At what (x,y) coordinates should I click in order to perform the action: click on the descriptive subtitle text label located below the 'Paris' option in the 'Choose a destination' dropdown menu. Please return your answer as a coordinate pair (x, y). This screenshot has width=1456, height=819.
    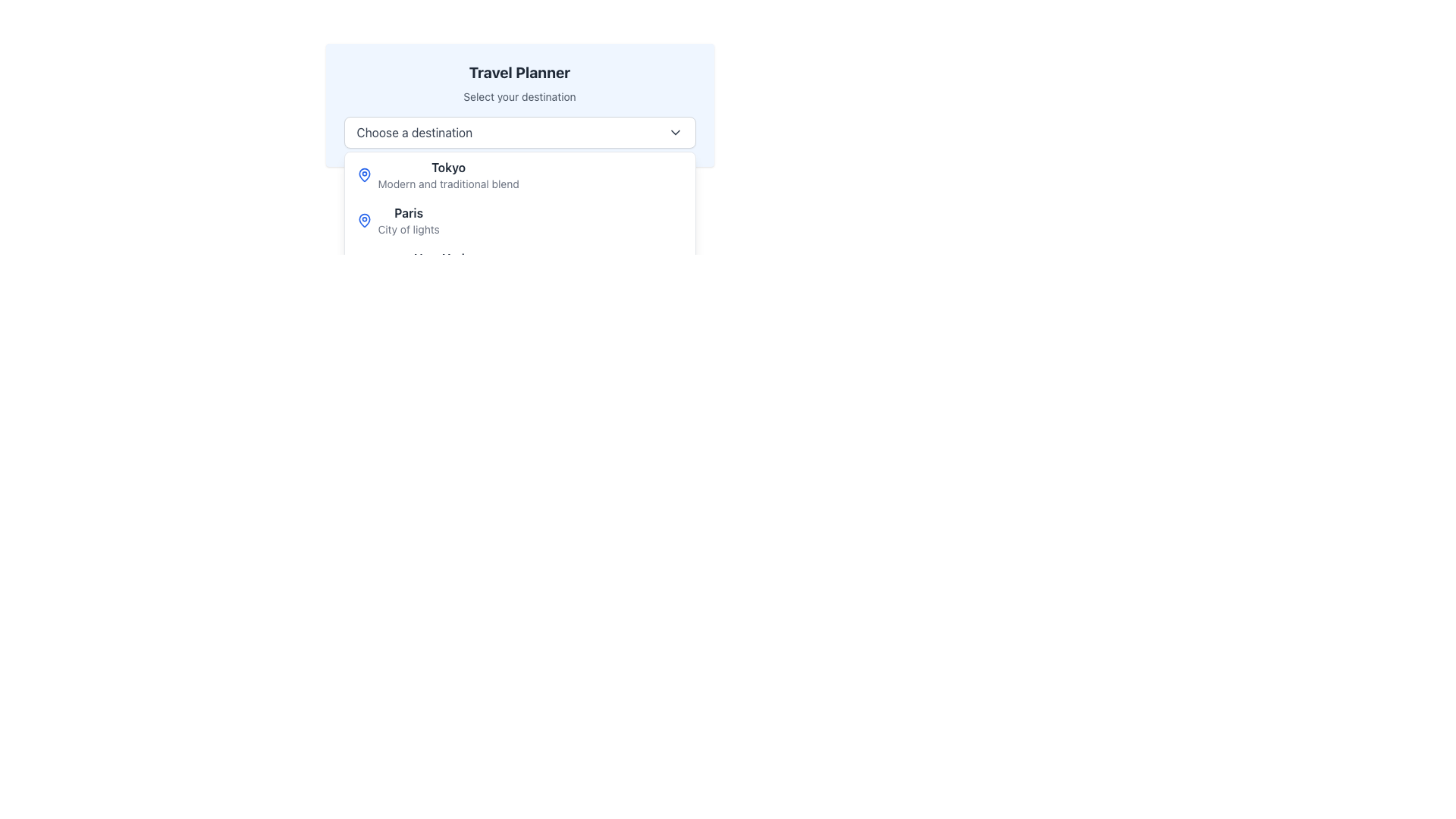
    Looking at the image, I should click on (409, 230).